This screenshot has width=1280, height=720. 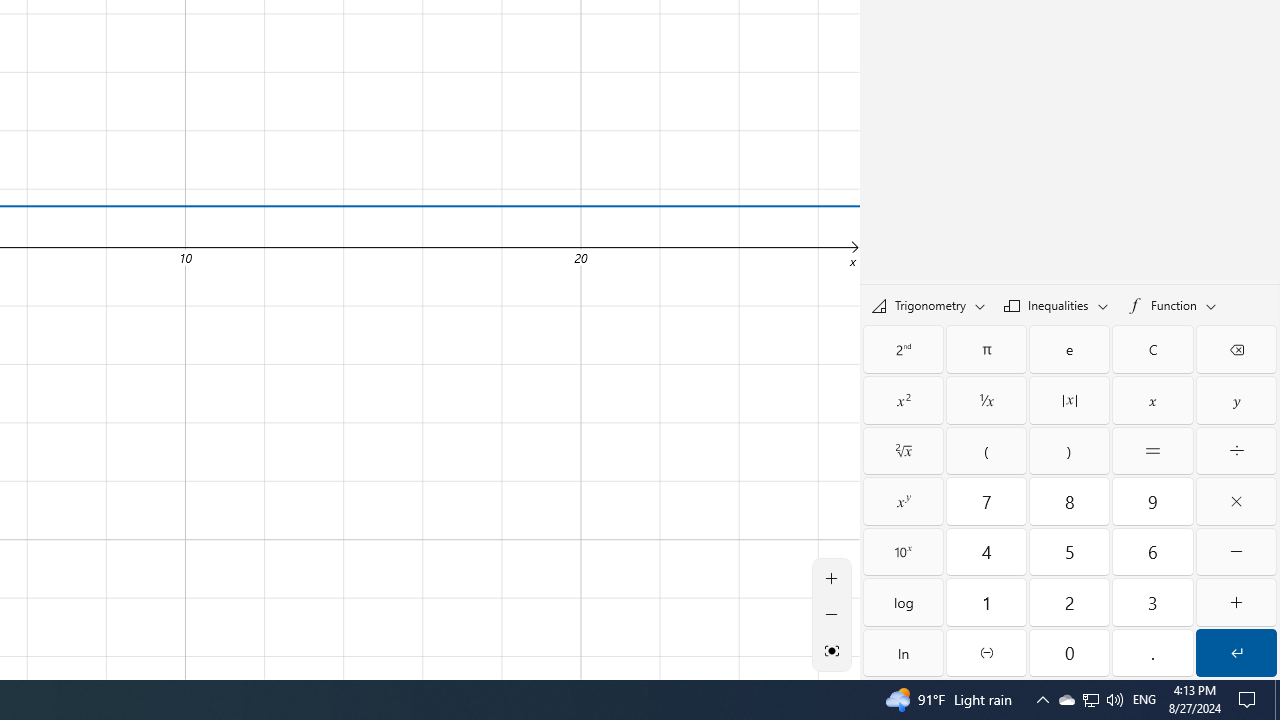 What do you see at coordinates (1153, 451) in the screenshot?
I see `'Equals'` at bounding box center [1153, 451].